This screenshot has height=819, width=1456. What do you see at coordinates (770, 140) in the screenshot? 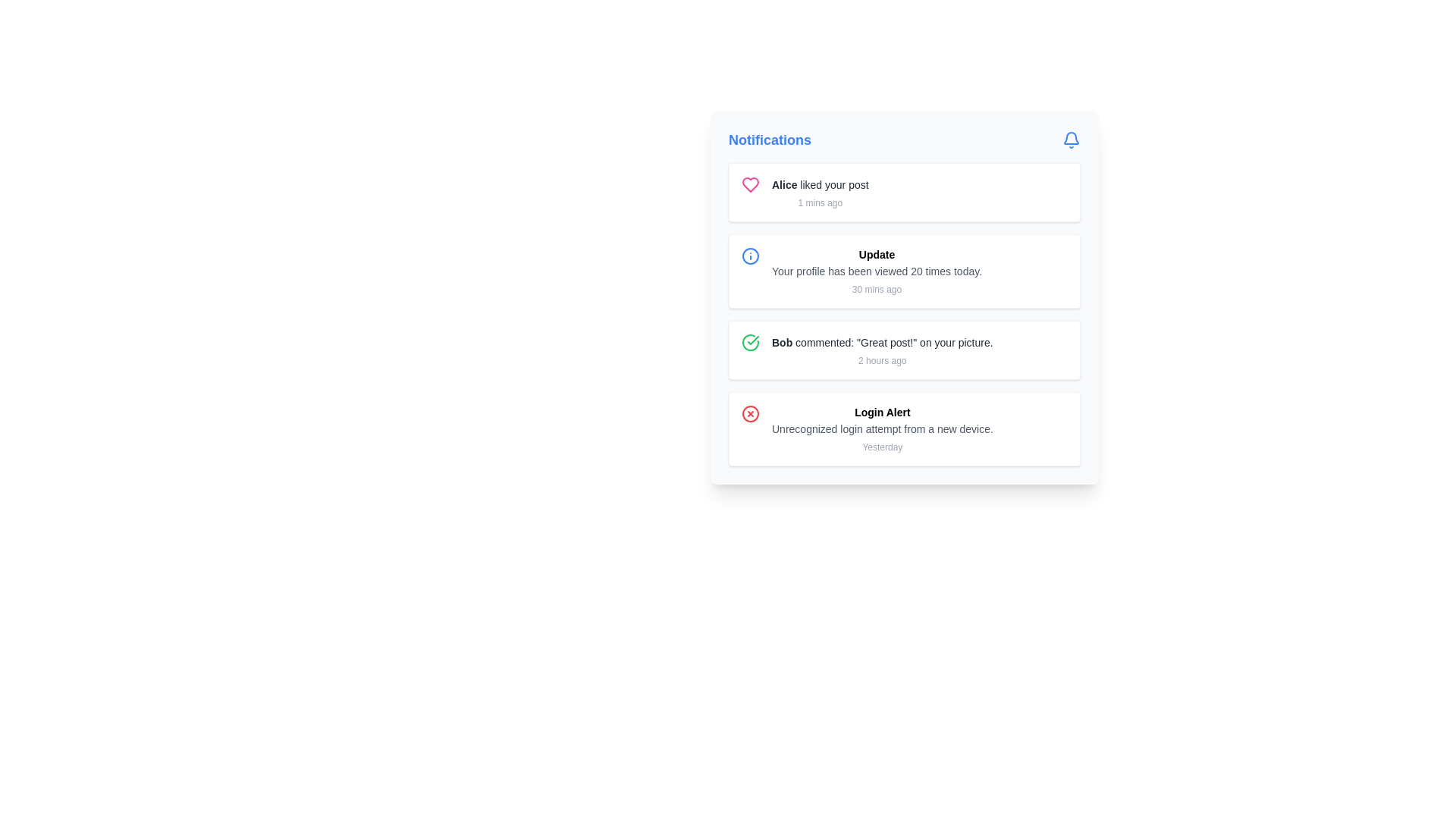
I see `the bold blue text 'Notifications', which serves as the header for the notifications panel, positioned at the top-left of the content block` at bounding box center [770, 140].